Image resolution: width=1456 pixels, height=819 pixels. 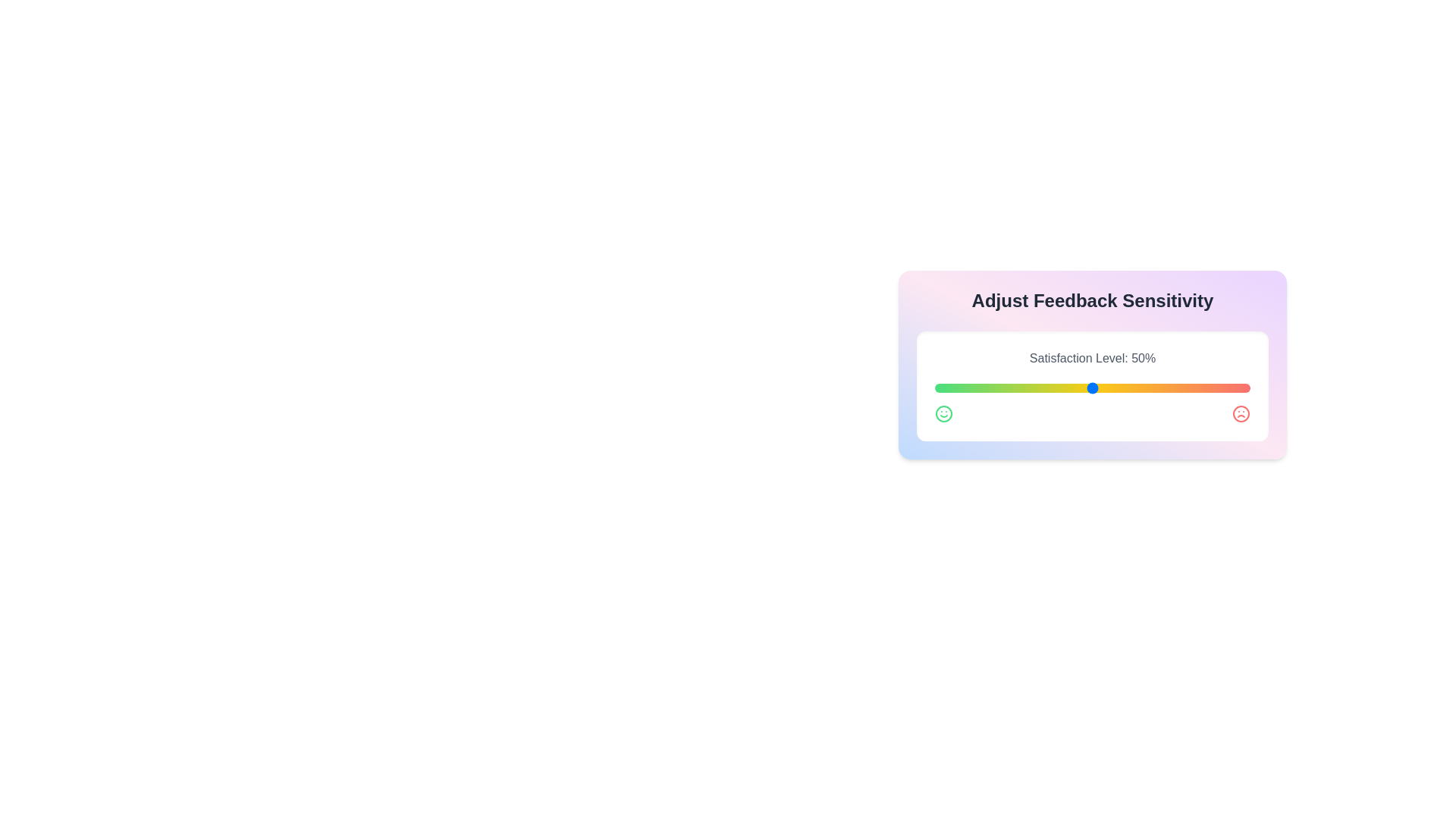 I want to click on the satisfaction level slider to 94%, so click(x=1232, y=388).